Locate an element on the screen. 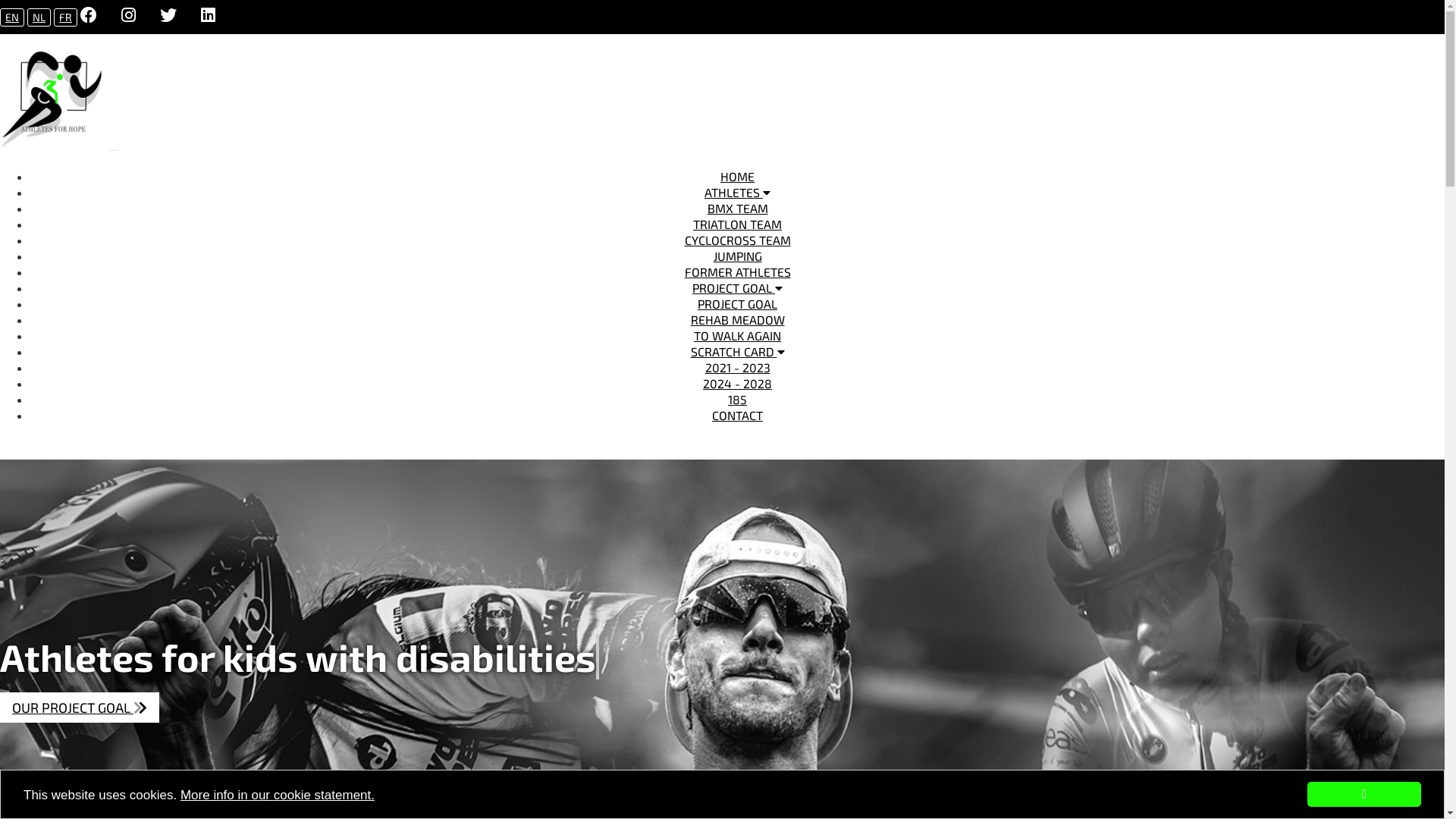  '185' is located at coordinates (737, 398).